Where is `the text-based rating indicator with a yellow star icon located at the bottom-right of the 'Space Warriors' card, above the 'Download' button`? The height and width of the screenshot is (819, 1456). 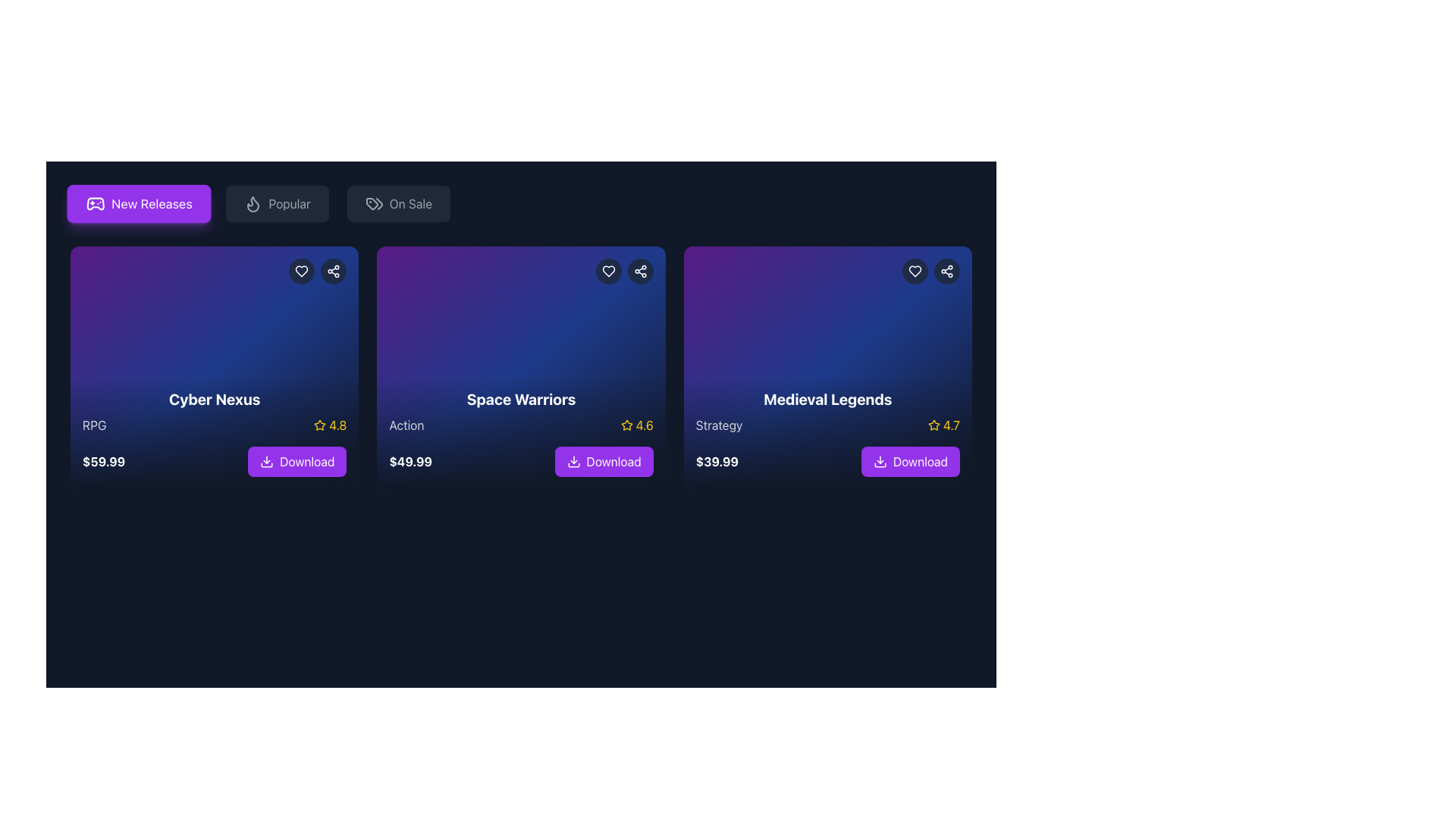
the text-based rating indicator with a yellow star icon located at the bottom-right of the 'Space Warriors' card, above the 'Download' button is located at coordinates (637, 425).